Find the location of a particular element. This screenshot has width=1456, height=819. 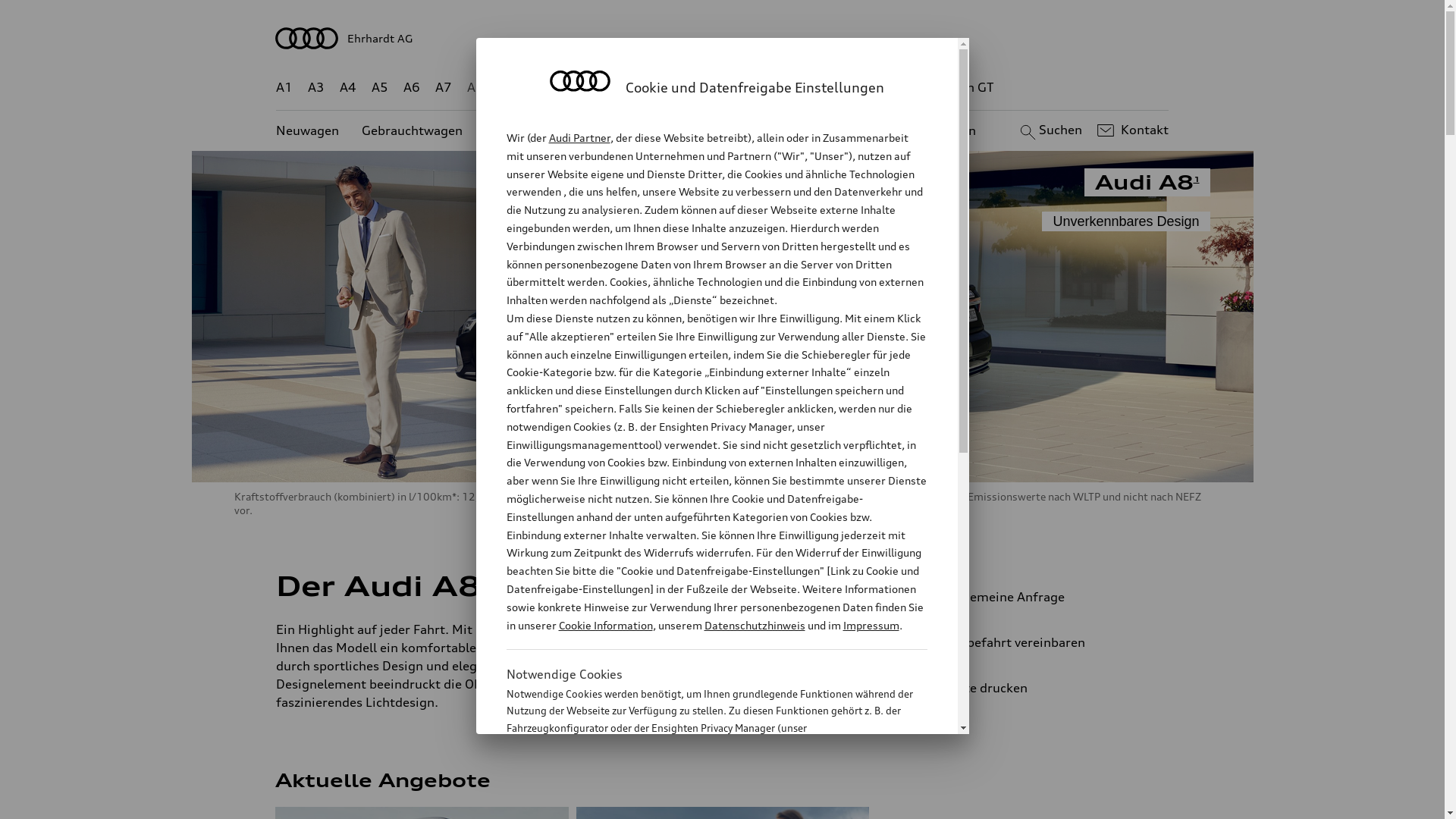

'A5' is located at coordinates (371, 87).